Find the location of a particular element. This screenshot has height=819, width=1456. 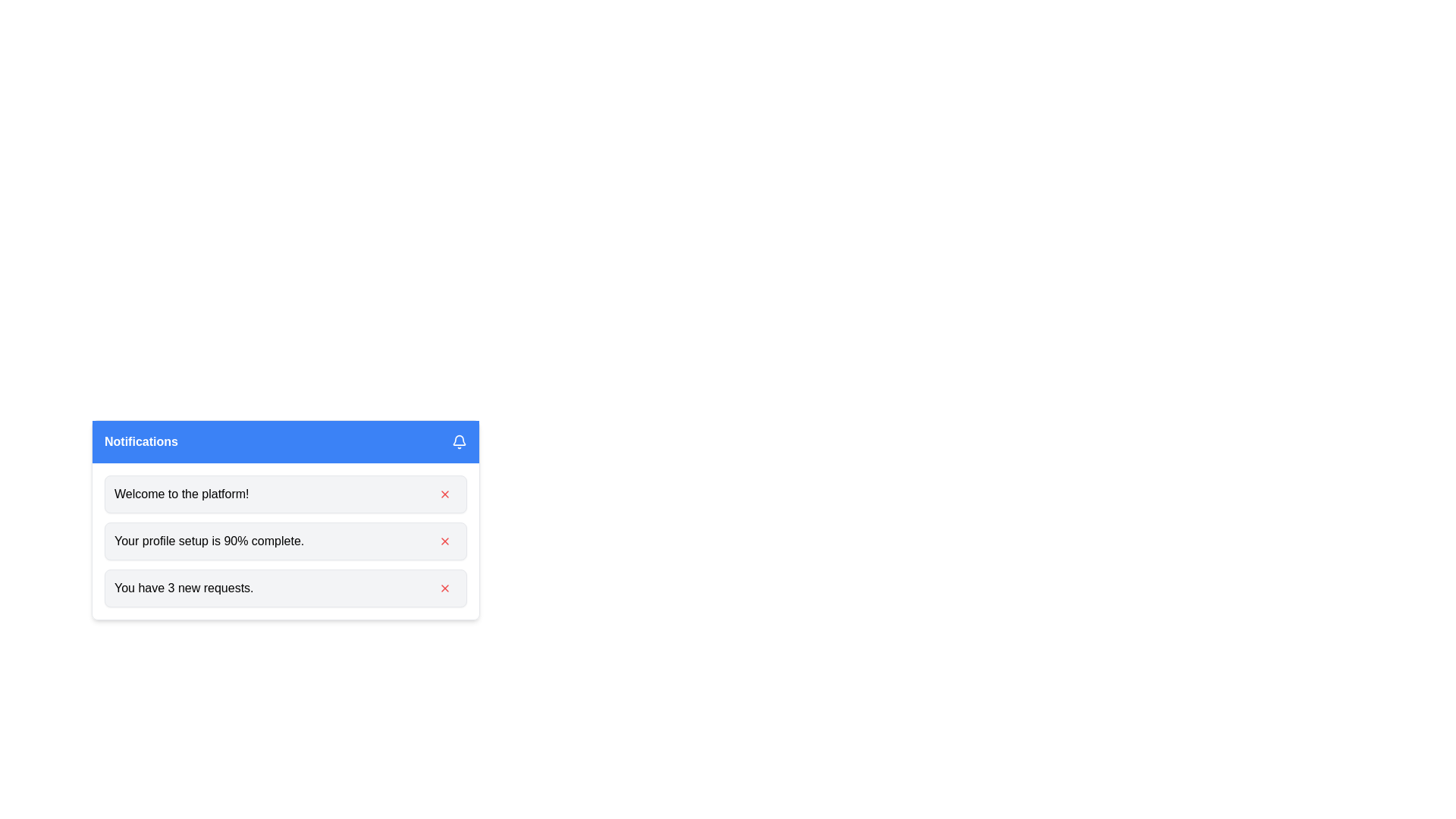

the dismiss button located in the top-right corner of the second notification item is located at coordinates (444, 540).